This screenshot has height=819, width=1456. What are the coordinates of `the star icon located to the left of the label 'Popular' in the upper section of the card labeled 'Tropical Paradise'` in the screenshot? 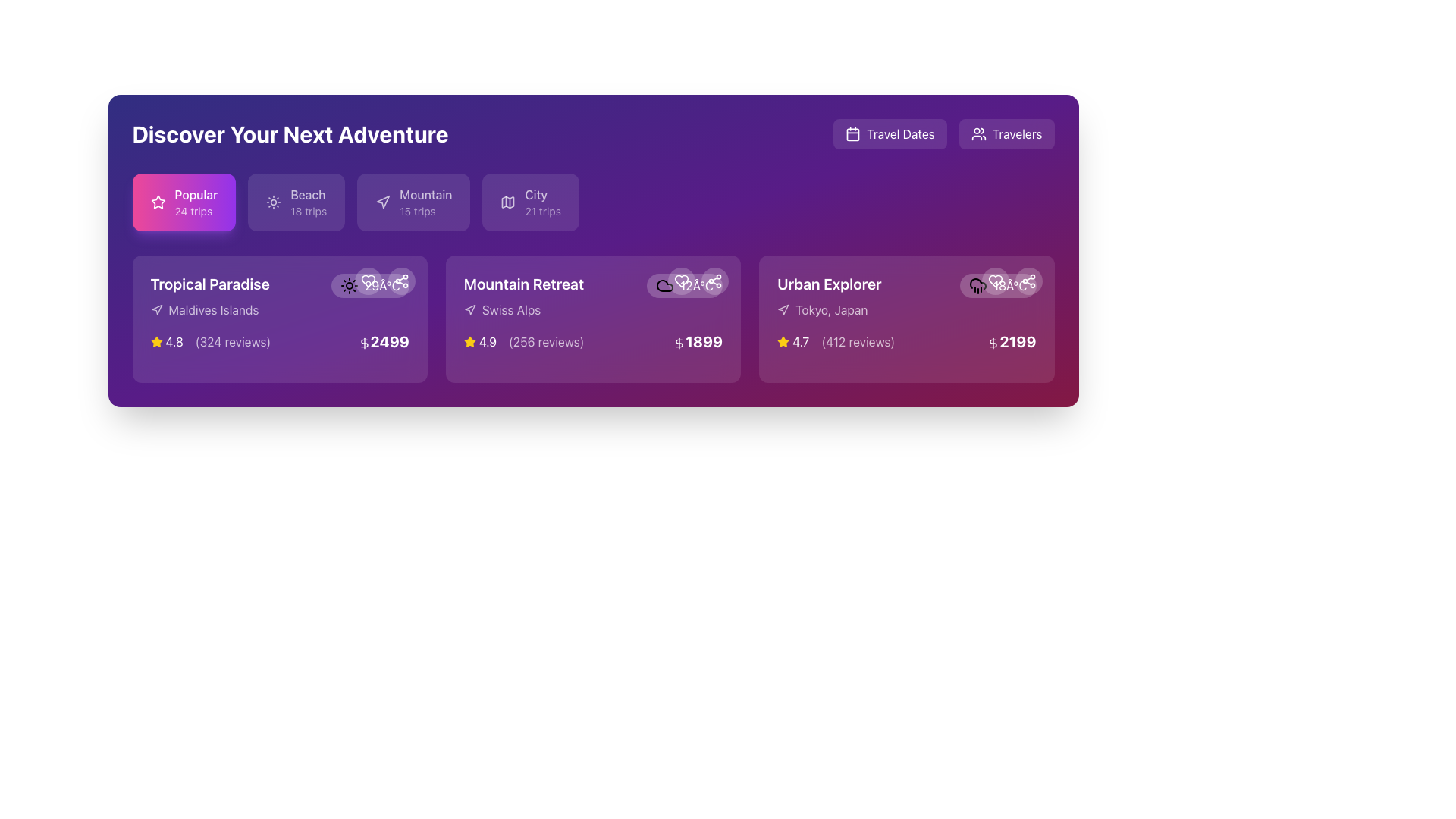 It's located at (158, 201).